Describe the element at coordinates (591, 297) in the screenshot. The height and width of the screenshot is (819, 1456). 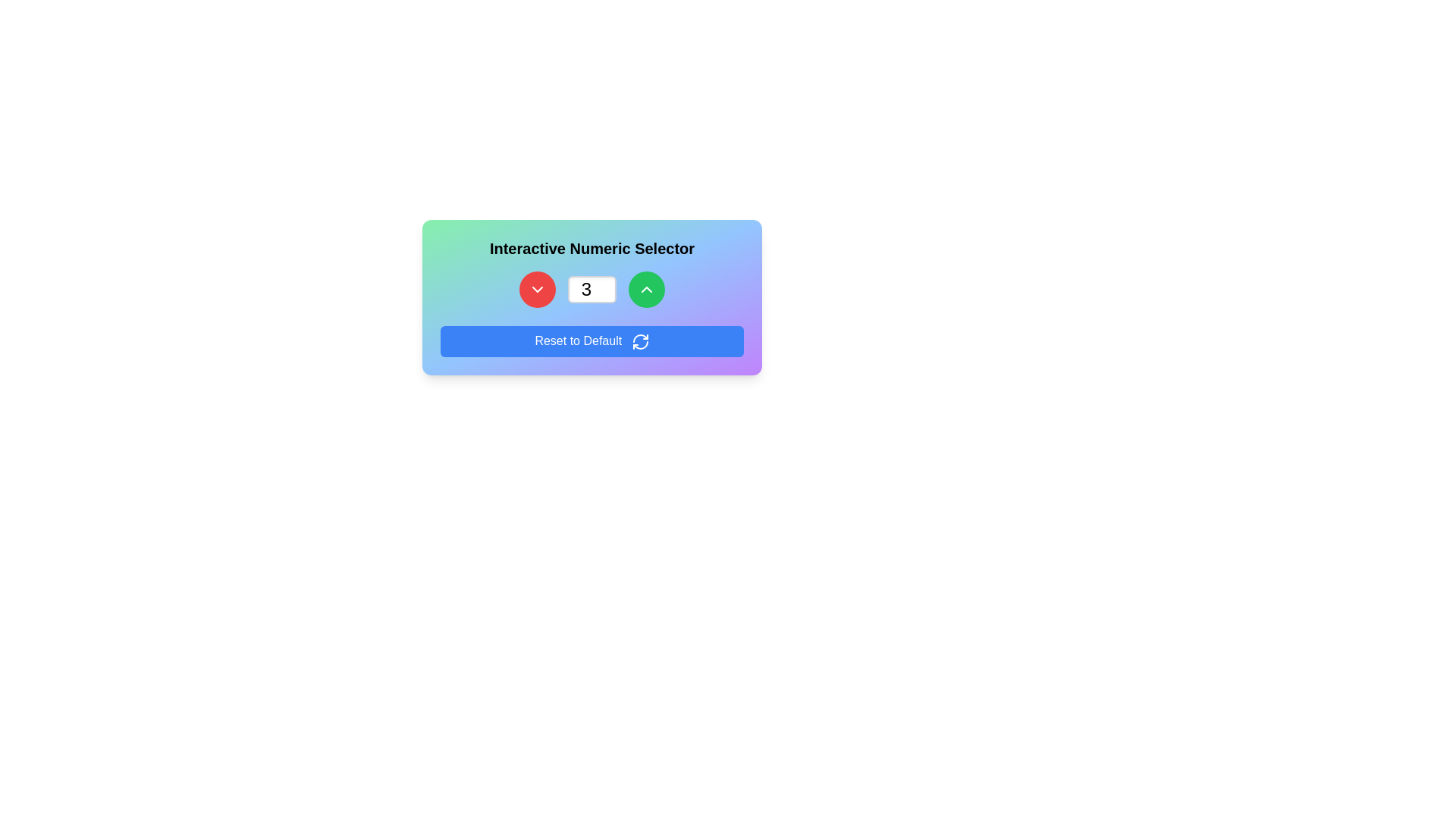
I see `the numeric input box, which has a light white background and a gray border, displaying the number '3' in a bold font, located centrally between the decrement and increment buttons` at that location.